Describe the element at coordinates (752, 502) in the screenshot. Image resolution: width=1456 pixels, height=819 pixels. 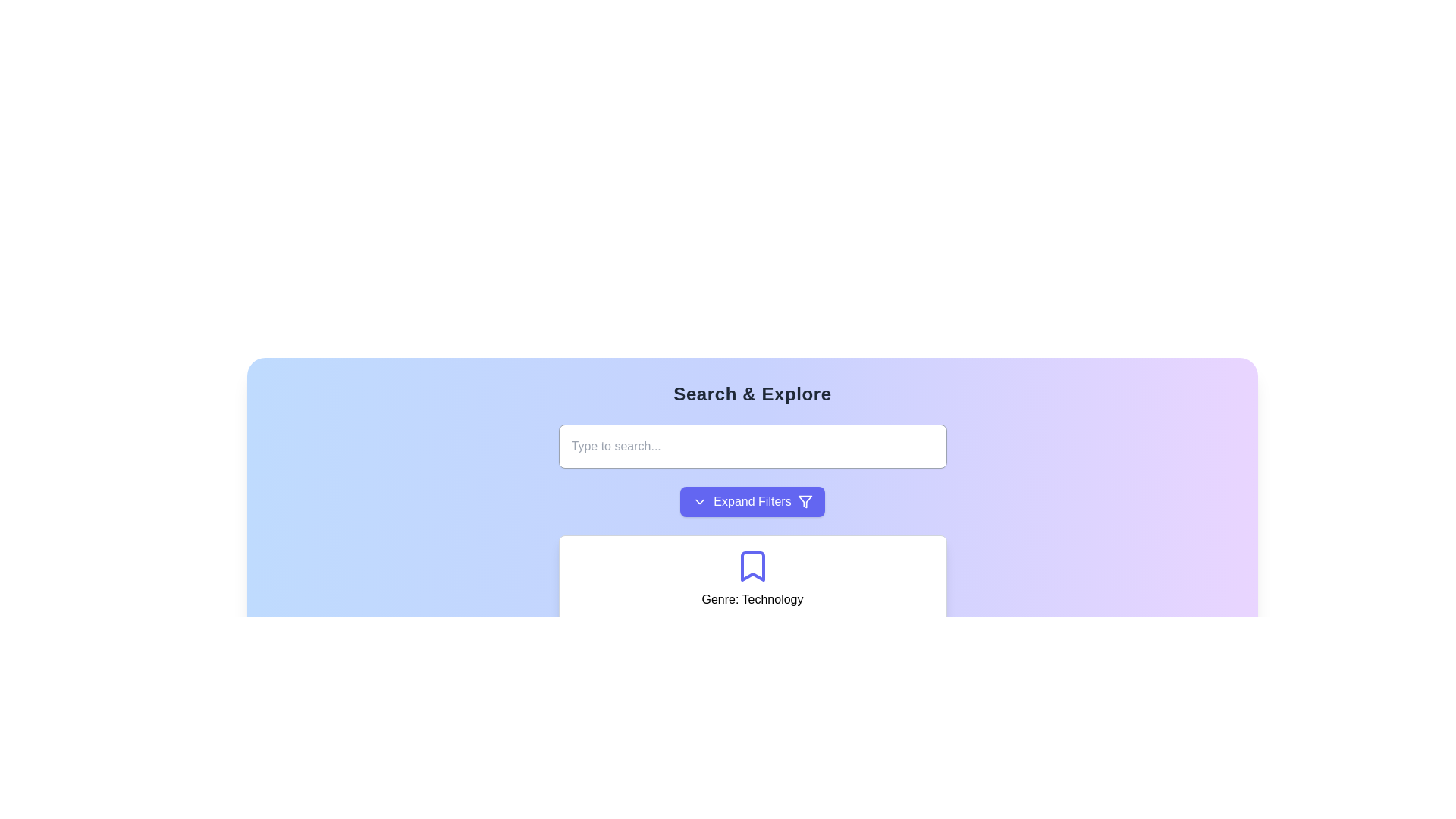
I see `the button located below the search input field and above the 'Genre: Technology' section` at that location.